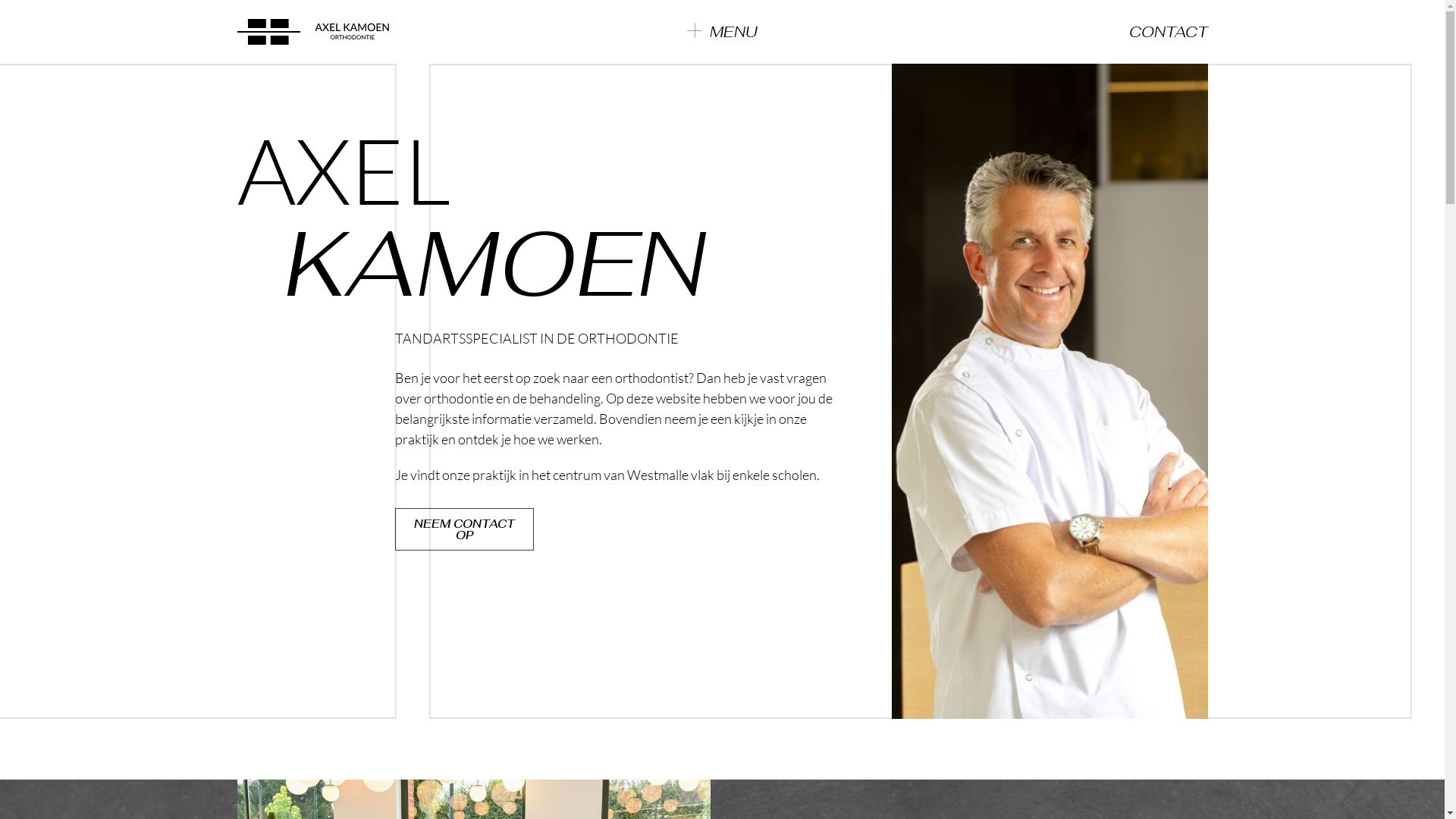  I want to click on 'NEEM CONTACT, so click(463, 529).